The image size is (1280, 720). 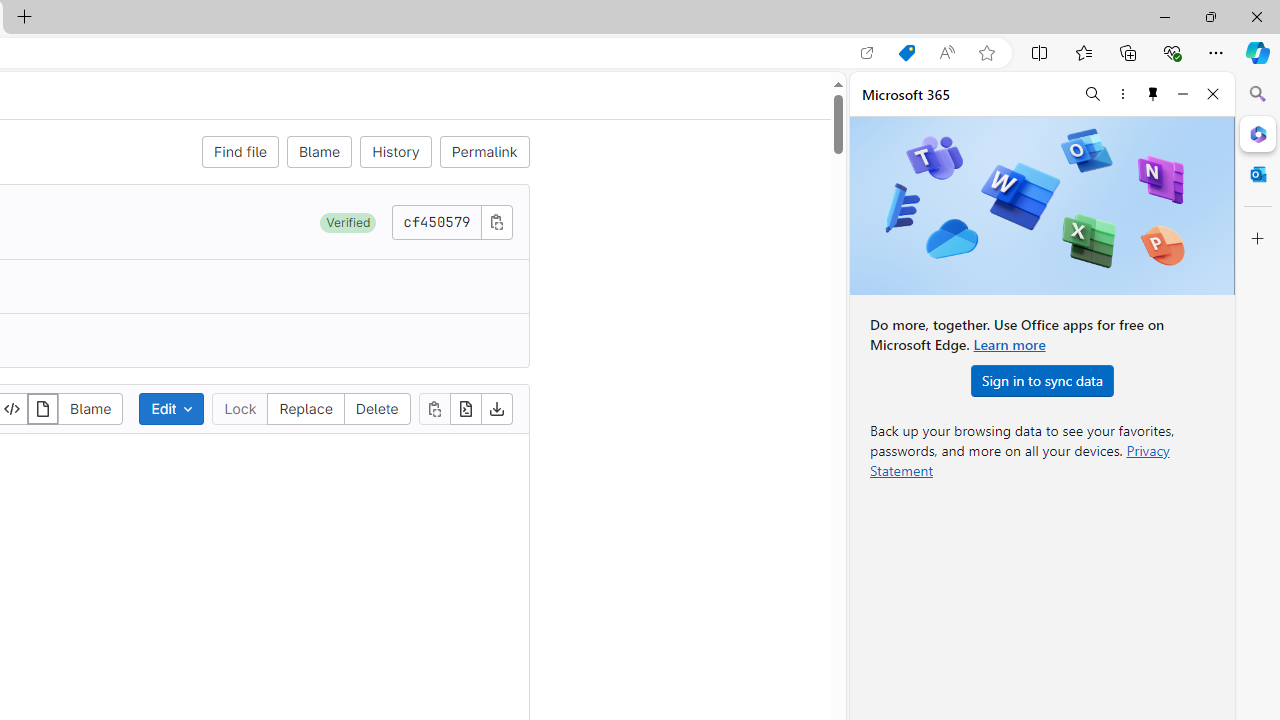 What do you see at coordinates (464, 407) in the screenshot?
I see `'Open raw'` at bounding box center [464, 407].